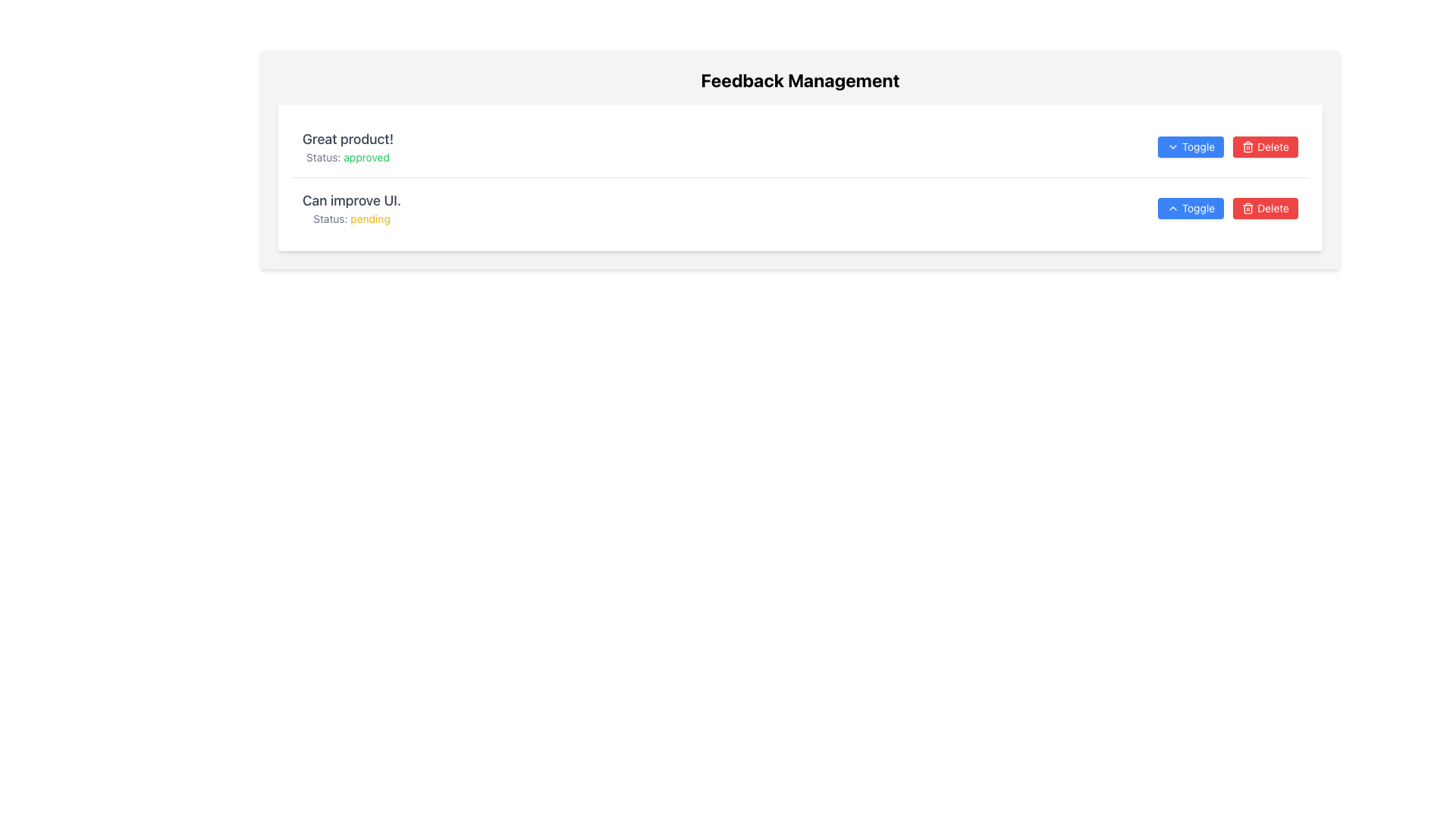  Describe the element at coordinates (351, 219) in the screenshot. I see `status information from the Text Label located below the text 'Can improve UI.' and aligned to the left within the feedback entry card` at that location.